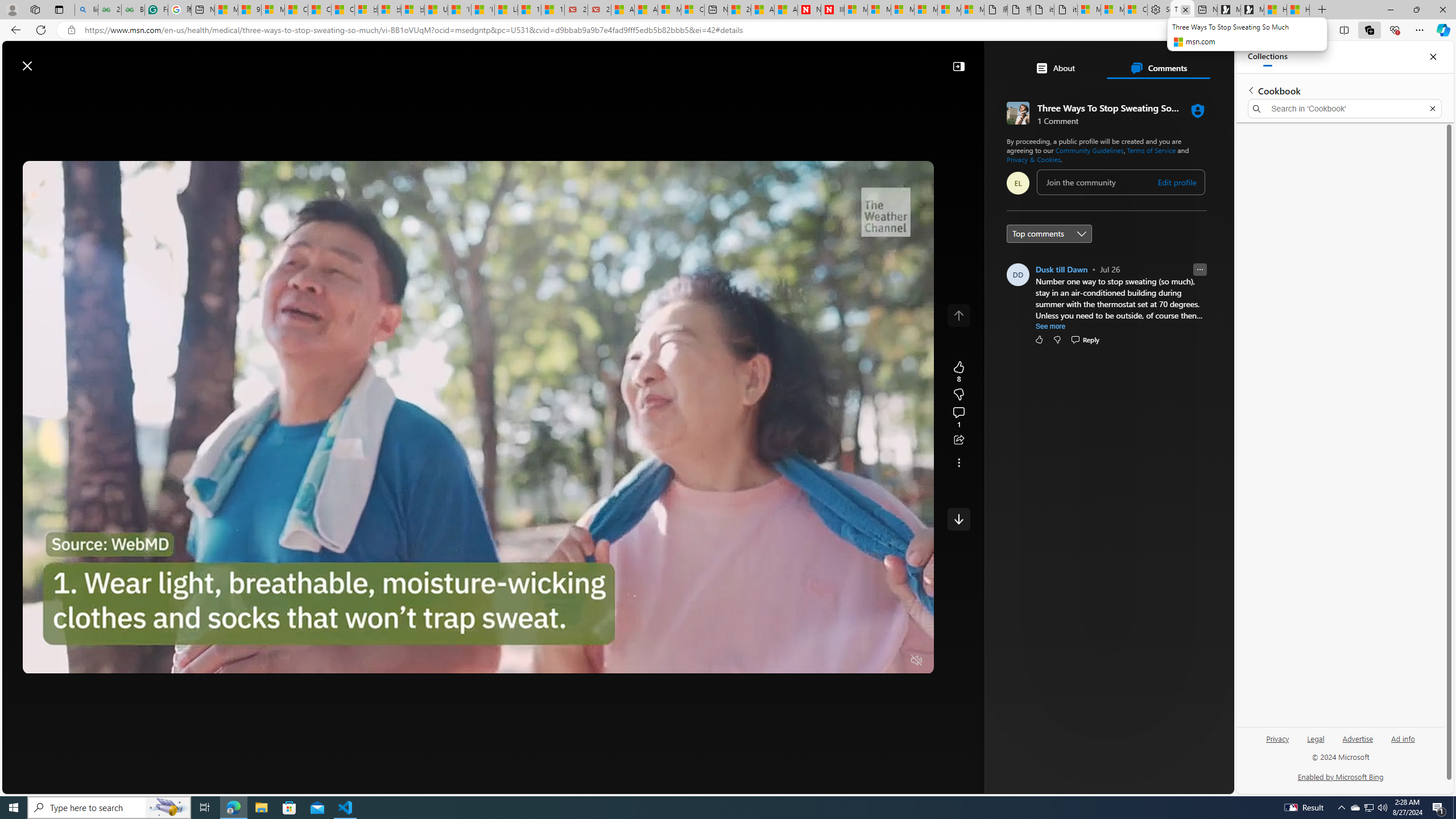 The height and width of the screenshot is (819, 1456). Describe the element at coordinates (84, 660) in the screenshot. I see `'Seek Forward'` at that location.